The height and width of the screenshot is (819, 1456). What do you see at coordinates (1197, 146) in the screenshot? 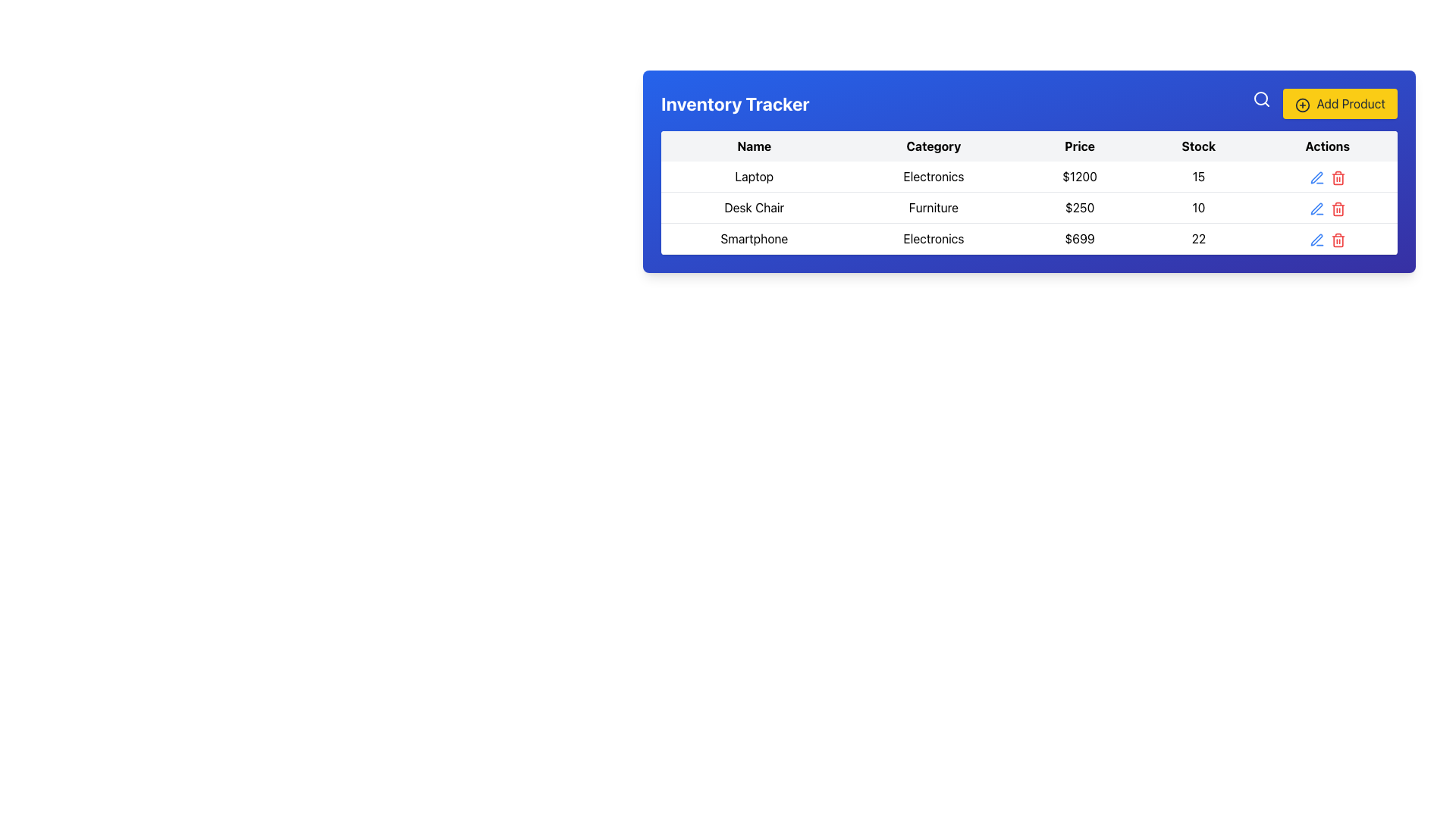
I see `the text label displaying 'Stock', which is the fourth header in a table row, located between 'Price' and 'Actions'` at bounding box center [1197, 146].